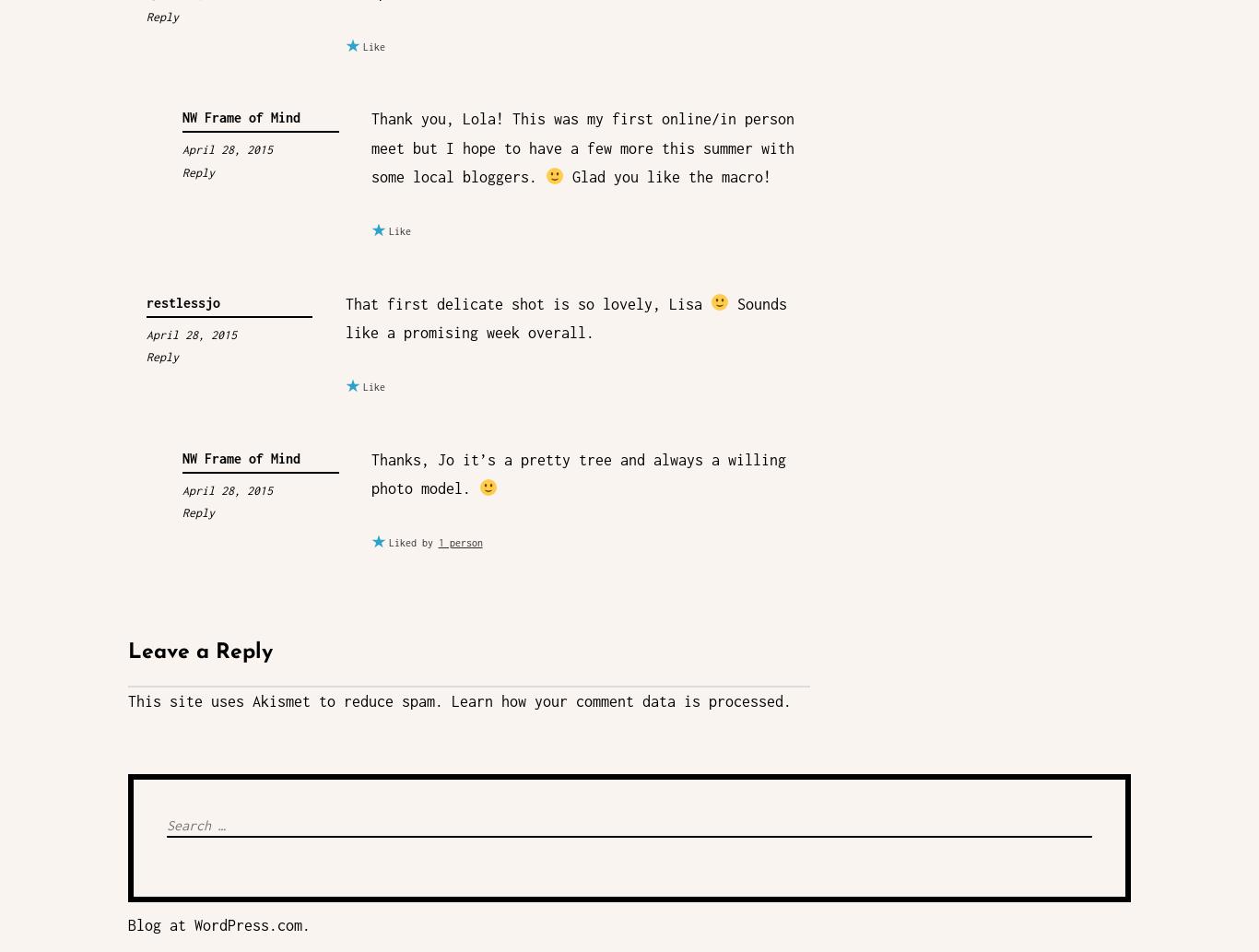 Image resolution: width=1259 pixels, height=952 pixels. What do you see at coordinates (412, 542) in the screenshot?
I see `'Liked by'` at bounding box center [412, 542].